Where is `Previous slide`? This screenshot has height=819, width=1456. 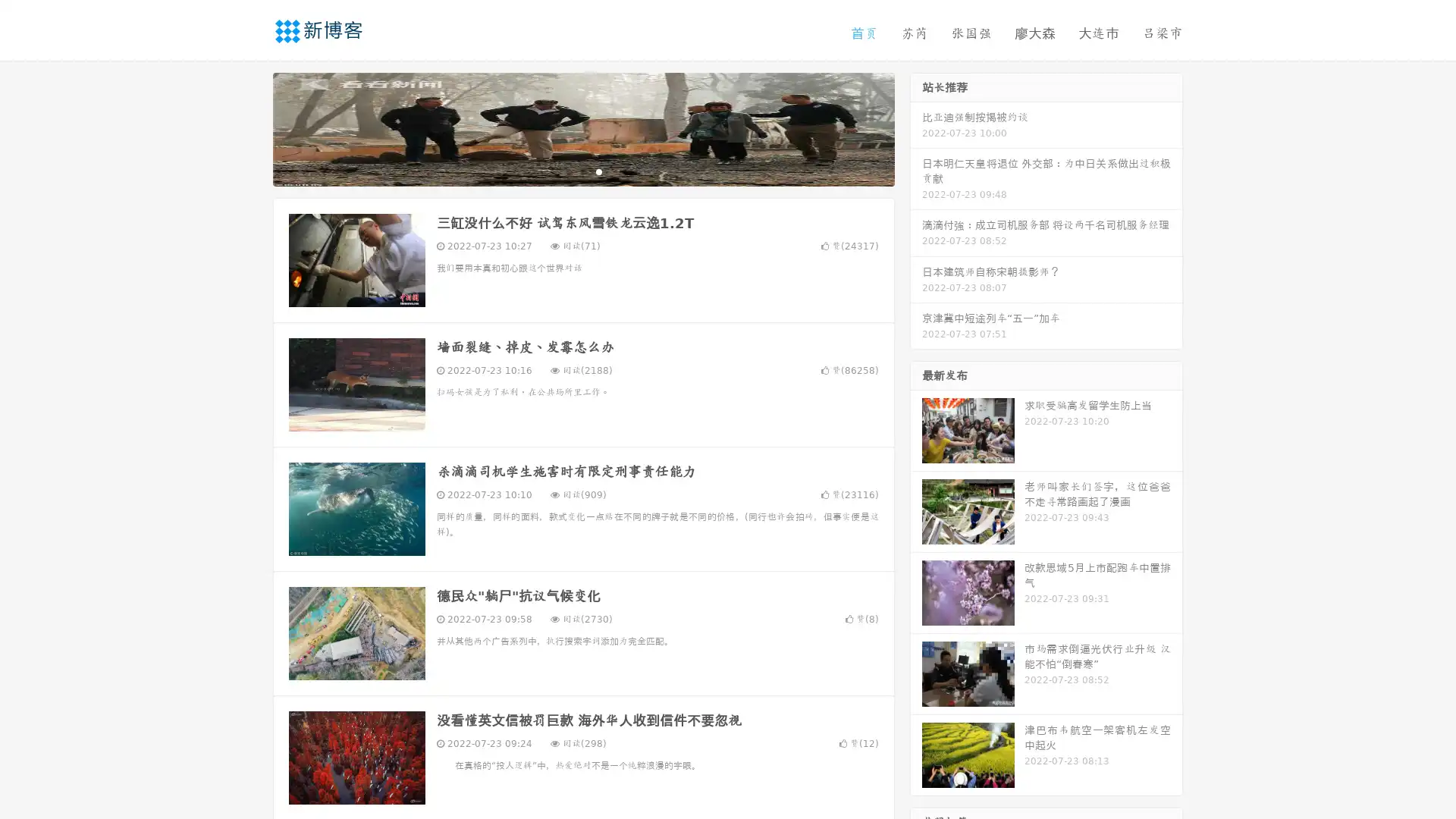 Previous slide is located at coordinates (250, 127).